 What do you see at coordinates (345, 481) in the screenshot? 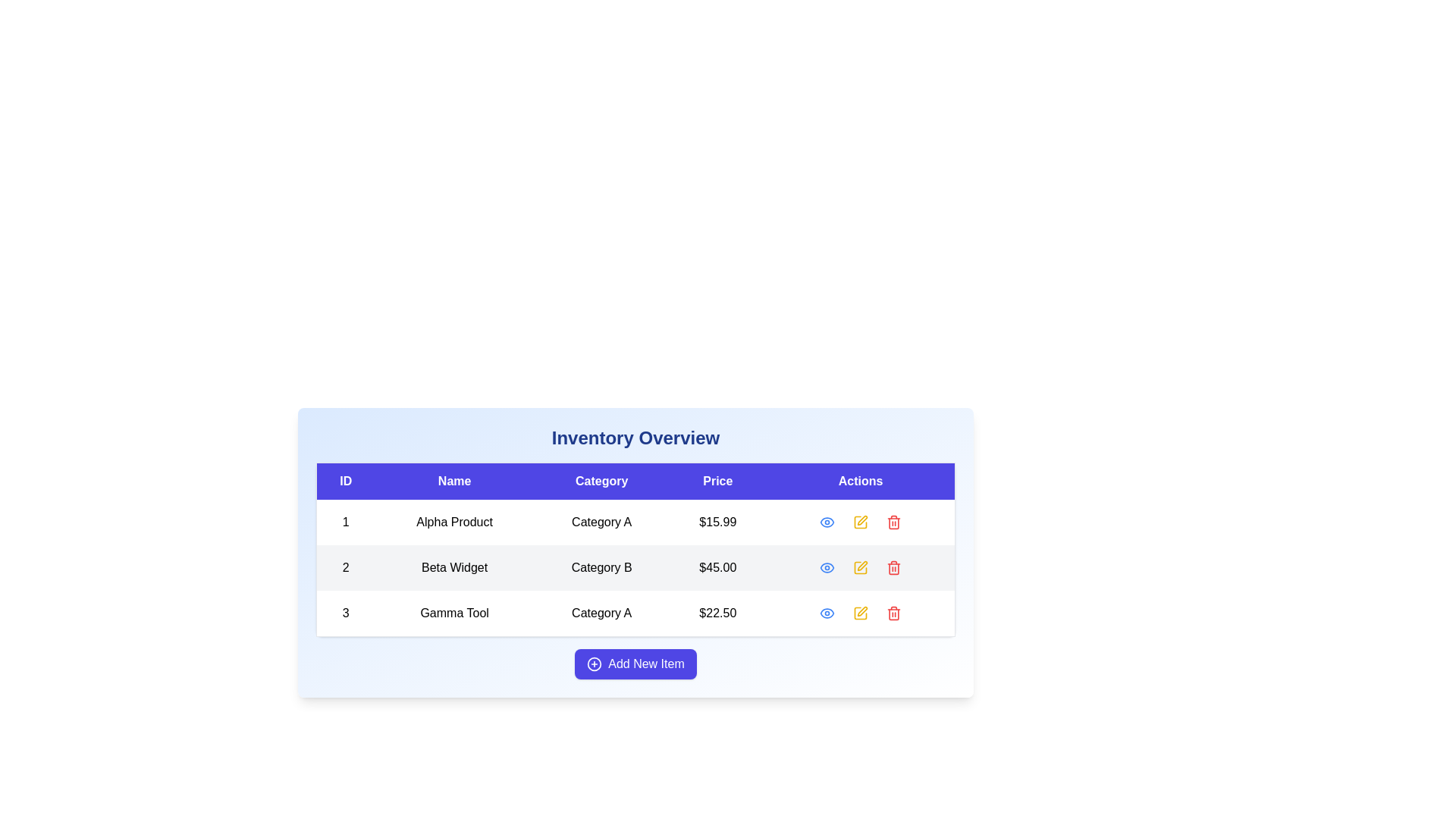
I see `the 'ID' table header which is located at the leftmost position of the header group in the table layout` at bounding box center [345, 481].